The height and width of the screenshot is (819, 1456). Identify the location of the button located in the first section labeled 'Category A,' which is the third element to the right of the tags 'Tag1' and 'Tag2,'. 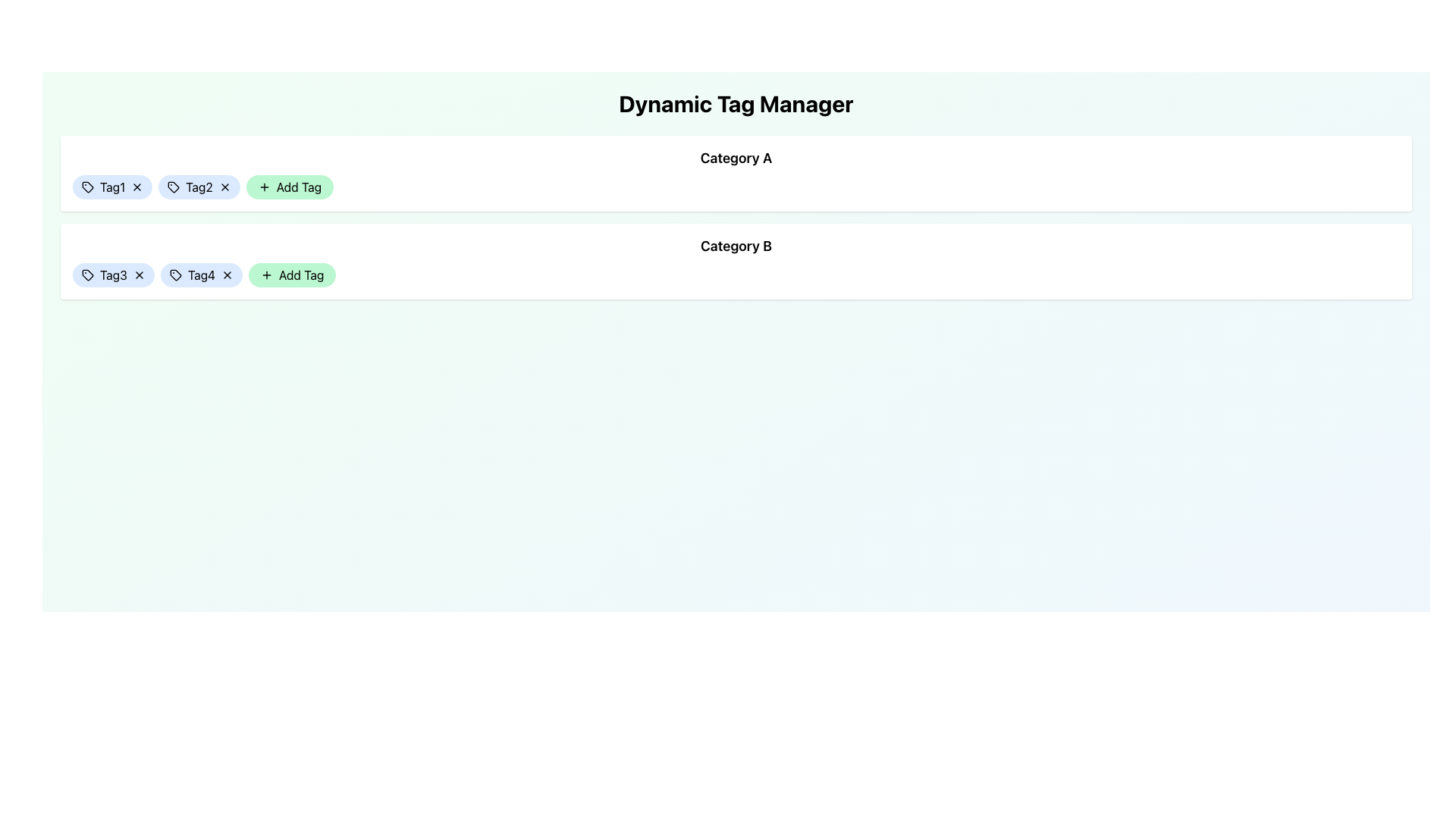
(290, 186).